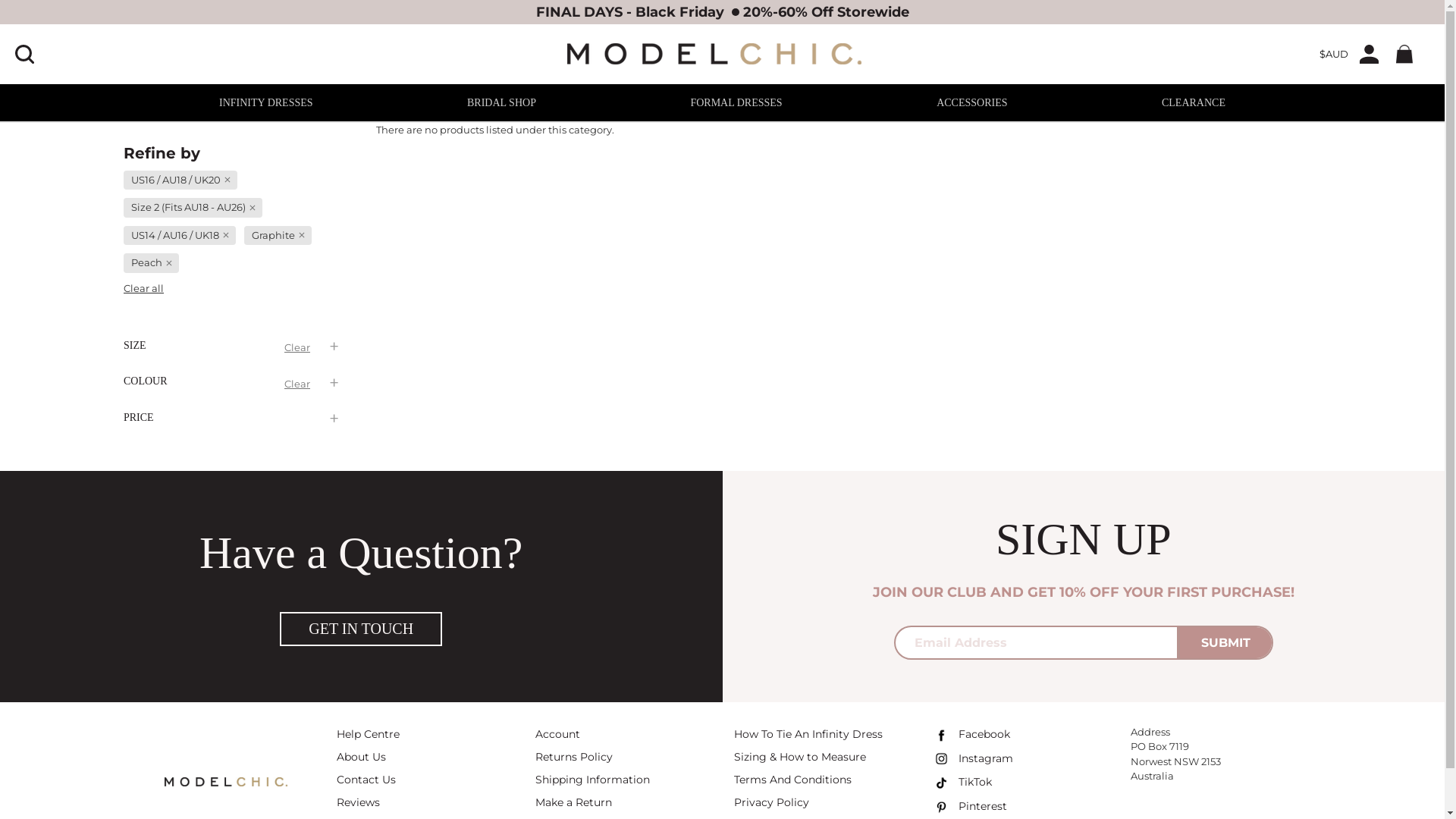 This screenshot has width=1456, height=819. What do you see at coordinates (1193, 102) in the screenshot?
I see `'CLEARANCE'` at bounding box center [1193, 102].